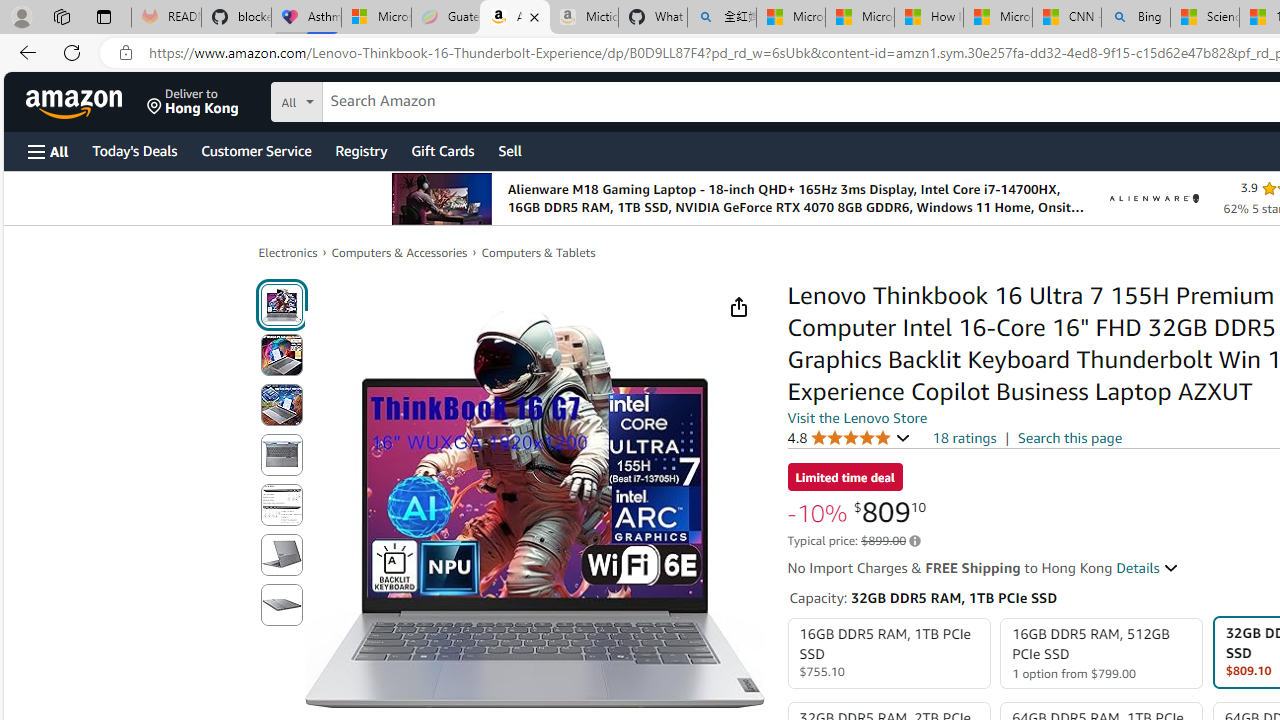 The image size is (1280, 720). I want to click on 'Amazon', so click(76, 101).